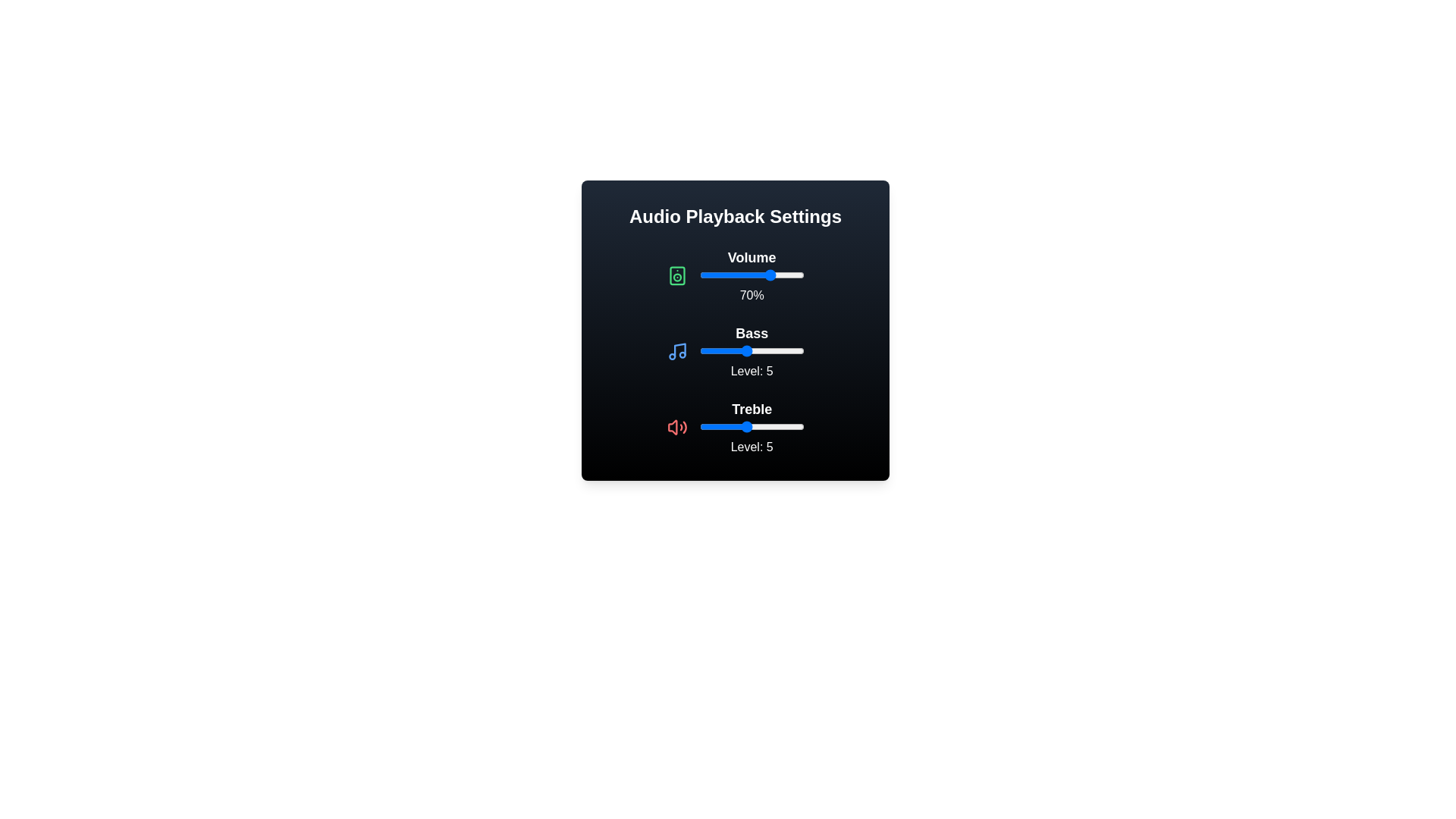 The image size is (1456, 819). Describe the element at coordinates (780, 427) in the screenshot. I see `the treble level` at that location.